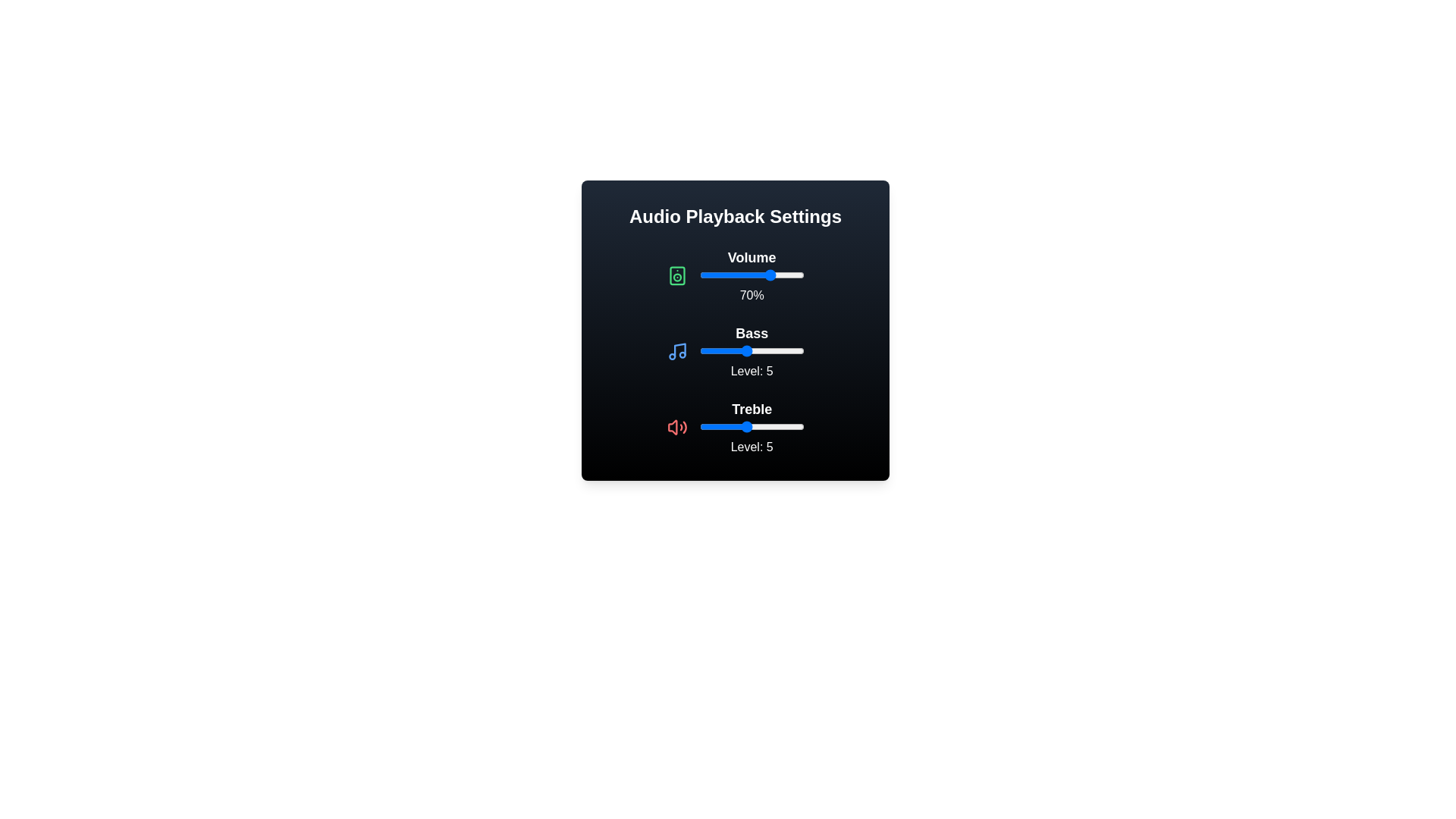 The image size is (1456, 819). Describe the element at coordinates (780, 427) in the screenshot. I see `the treble level` at that location.